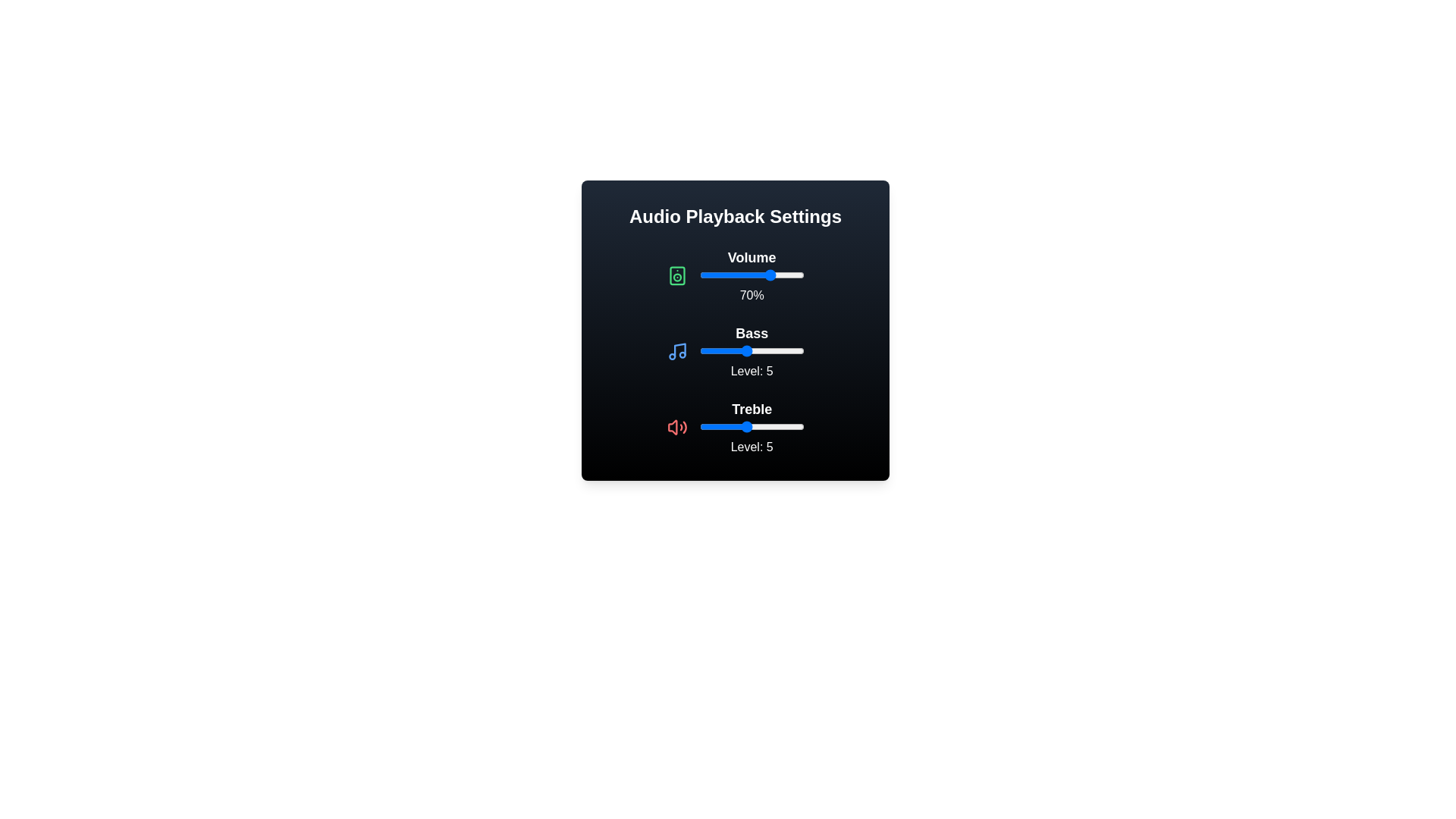 The image size is (1456, 819). Describe the element at coordinates (780, 427) in the screenshot. I see `the treble level` at that location.